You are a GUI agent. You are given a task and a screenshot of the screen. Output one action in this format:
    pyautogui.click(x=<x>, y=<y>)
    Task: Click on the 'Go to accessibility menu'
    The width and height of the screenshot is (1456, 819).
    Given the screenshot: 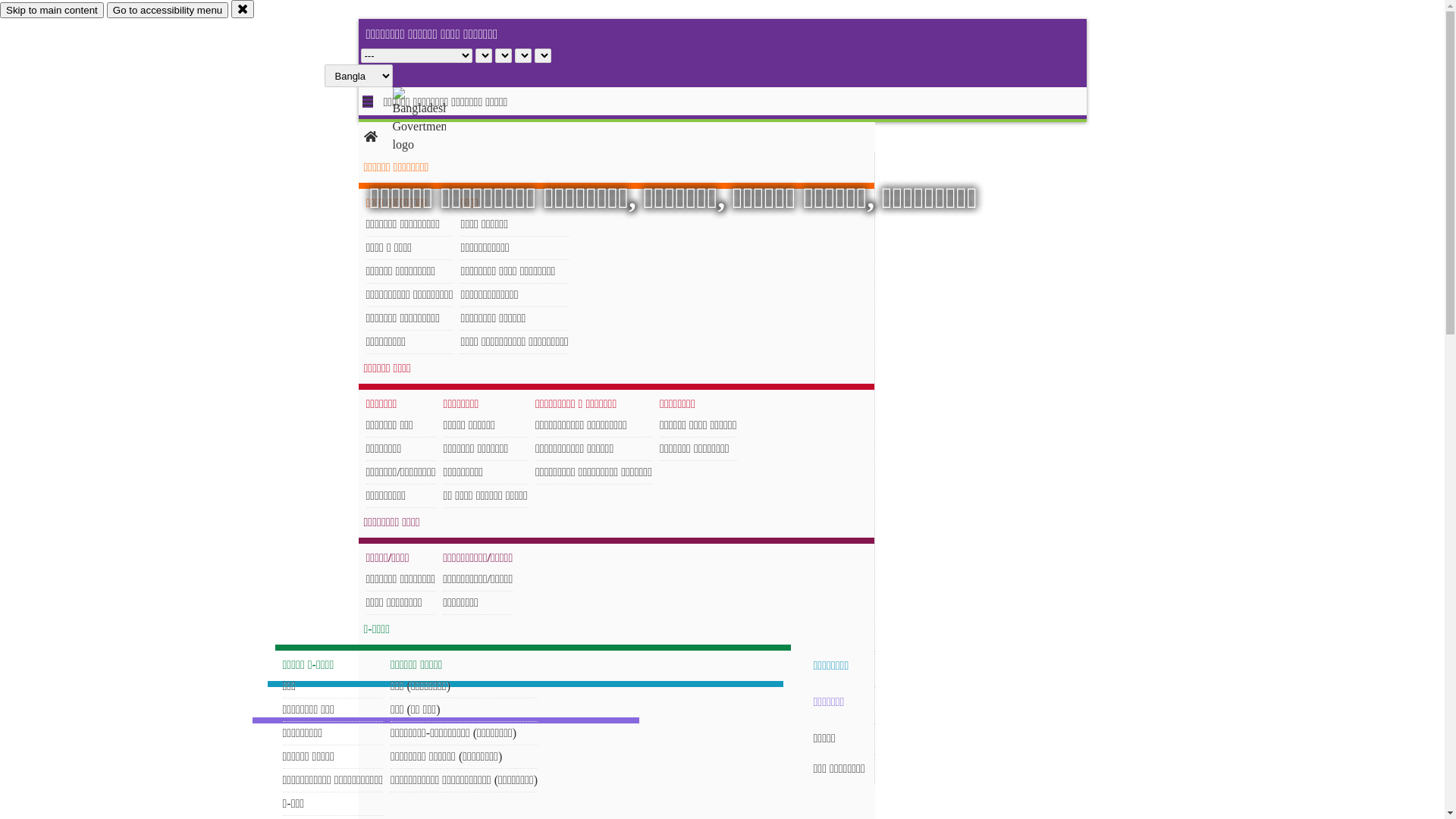 What is the action you would take?
    pyautogui.click(x=167, y=10)
    